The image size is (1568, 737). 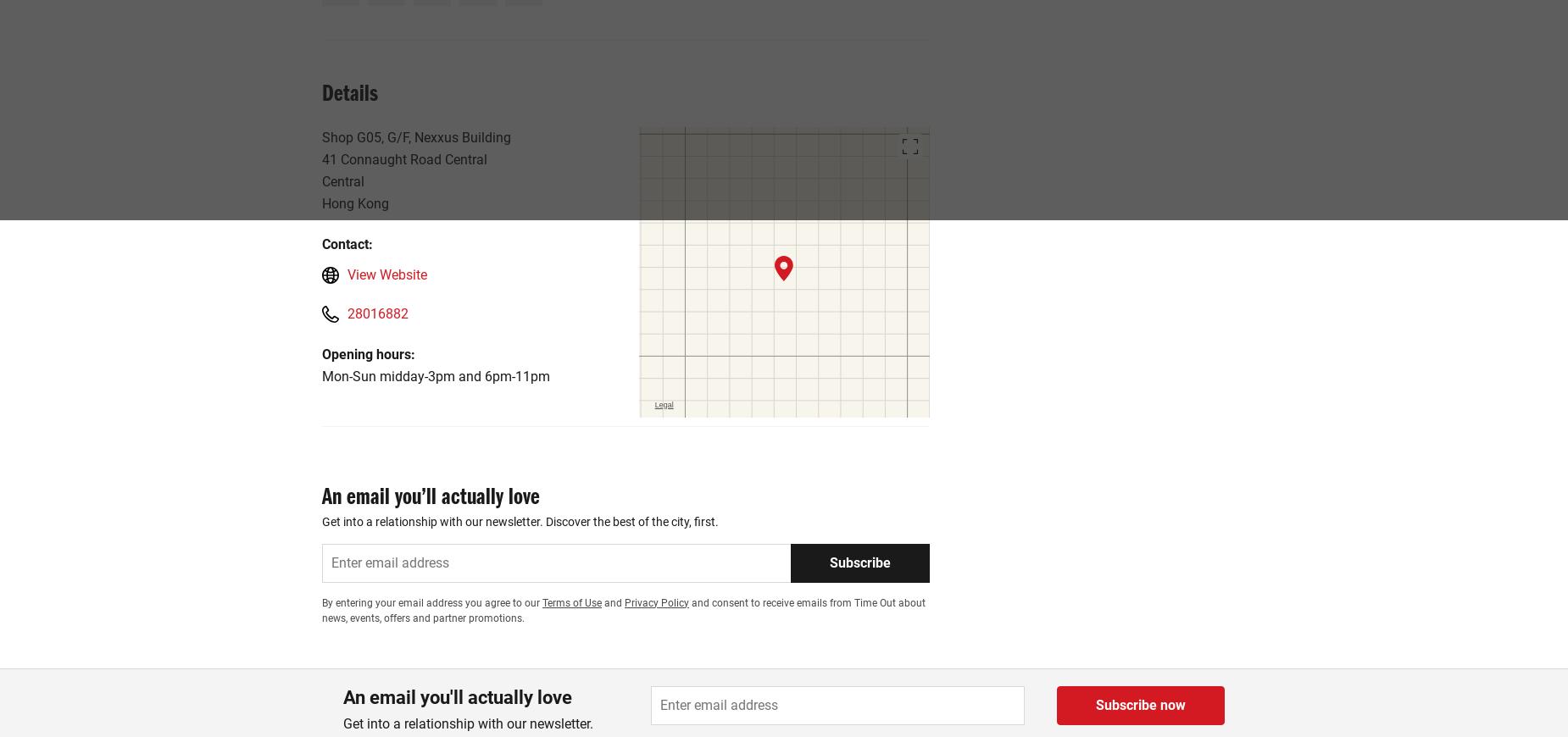 I want to click on 'Privacy Policy', so click(x=656, y=601).